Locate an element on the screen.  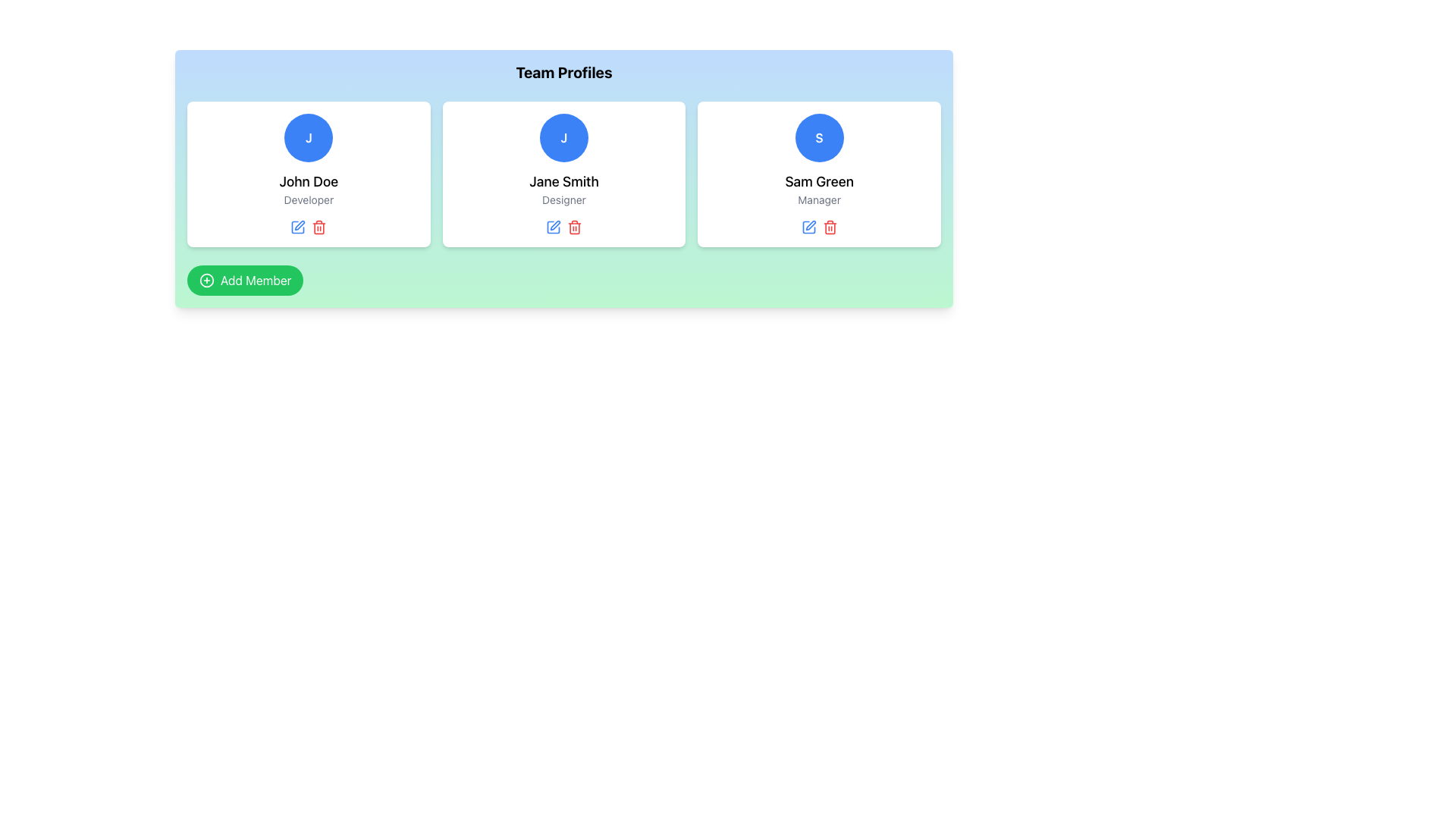
the red trash bin icon button, which is the second interactive icon below John Doe's profile is located at coordinates (318, 227).